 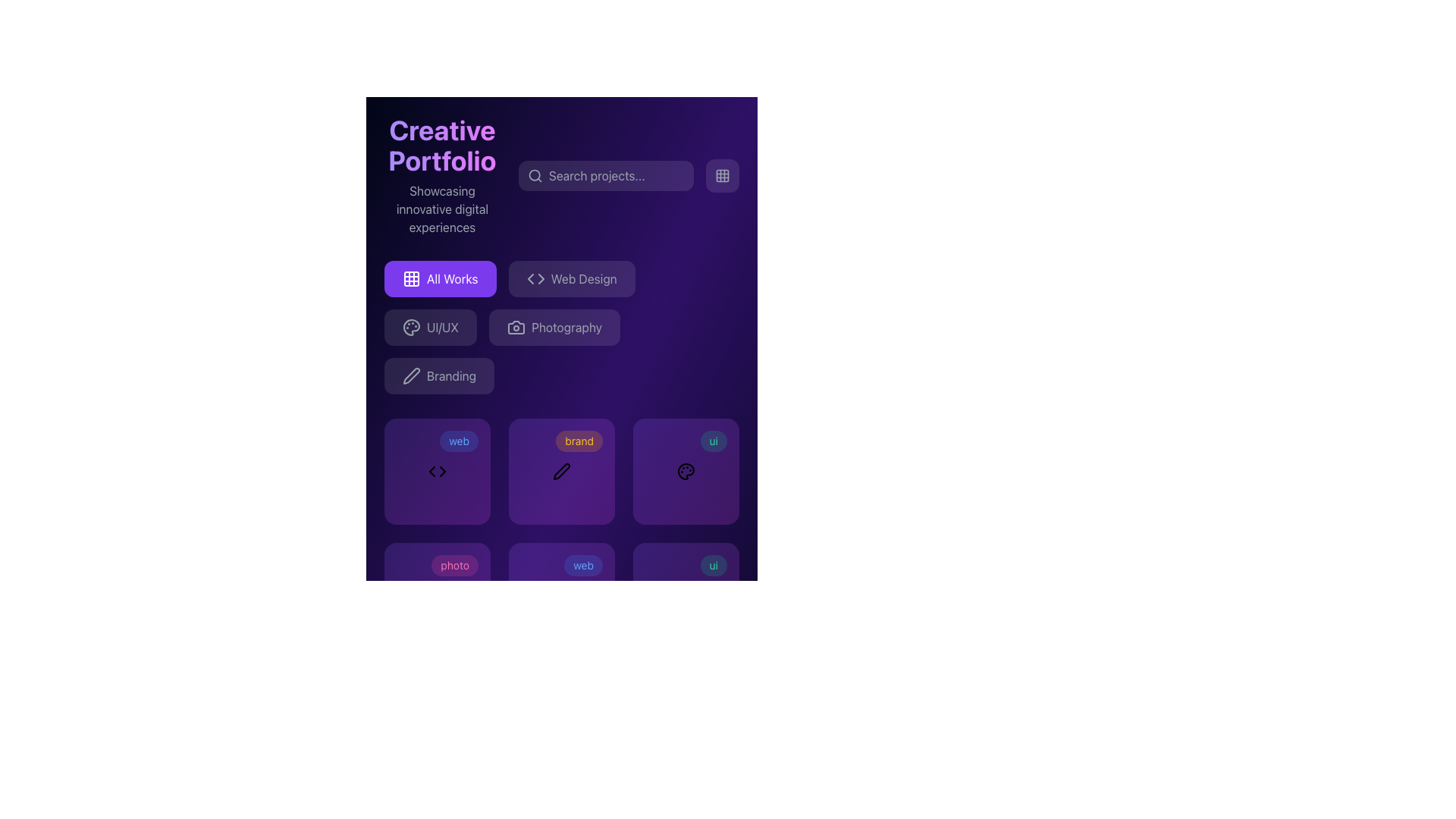 What do you see at coordinates (411, 278) in the screenshot?
I see `the grid icon, which is a square outline with a 3x3 grid pattern on a purple background, located within the 'All Works' button below the main heading` at bounding box center [411, 278].